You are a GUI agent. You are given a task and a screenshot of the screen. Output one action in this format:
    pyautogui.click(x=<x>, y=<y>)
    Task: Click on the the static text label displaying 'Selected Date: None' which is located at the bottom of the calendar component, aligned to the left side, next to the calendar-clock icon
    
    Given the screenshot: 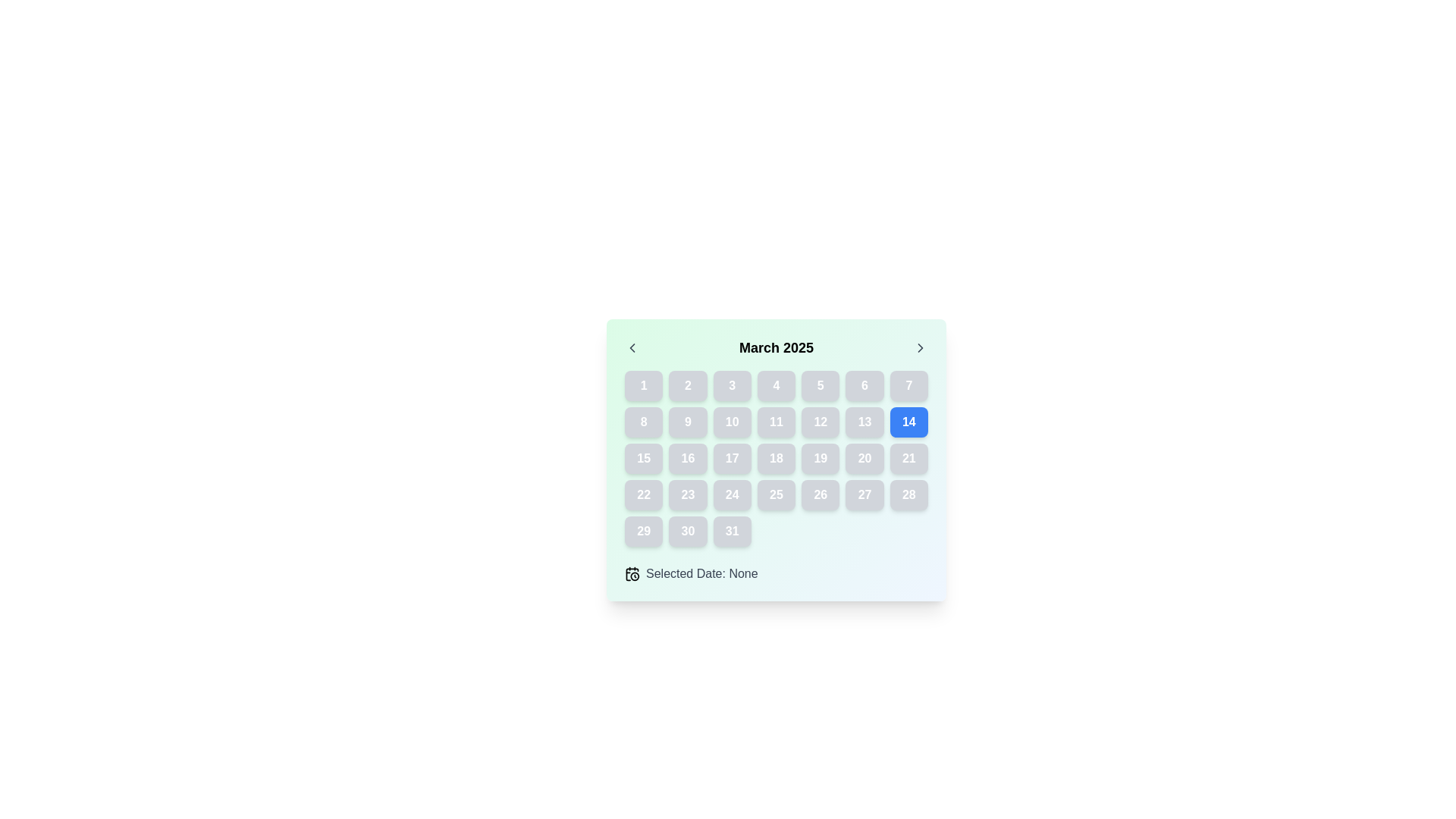 What is the action you would take?
    pyautogui.click(x=701, y=573)
    